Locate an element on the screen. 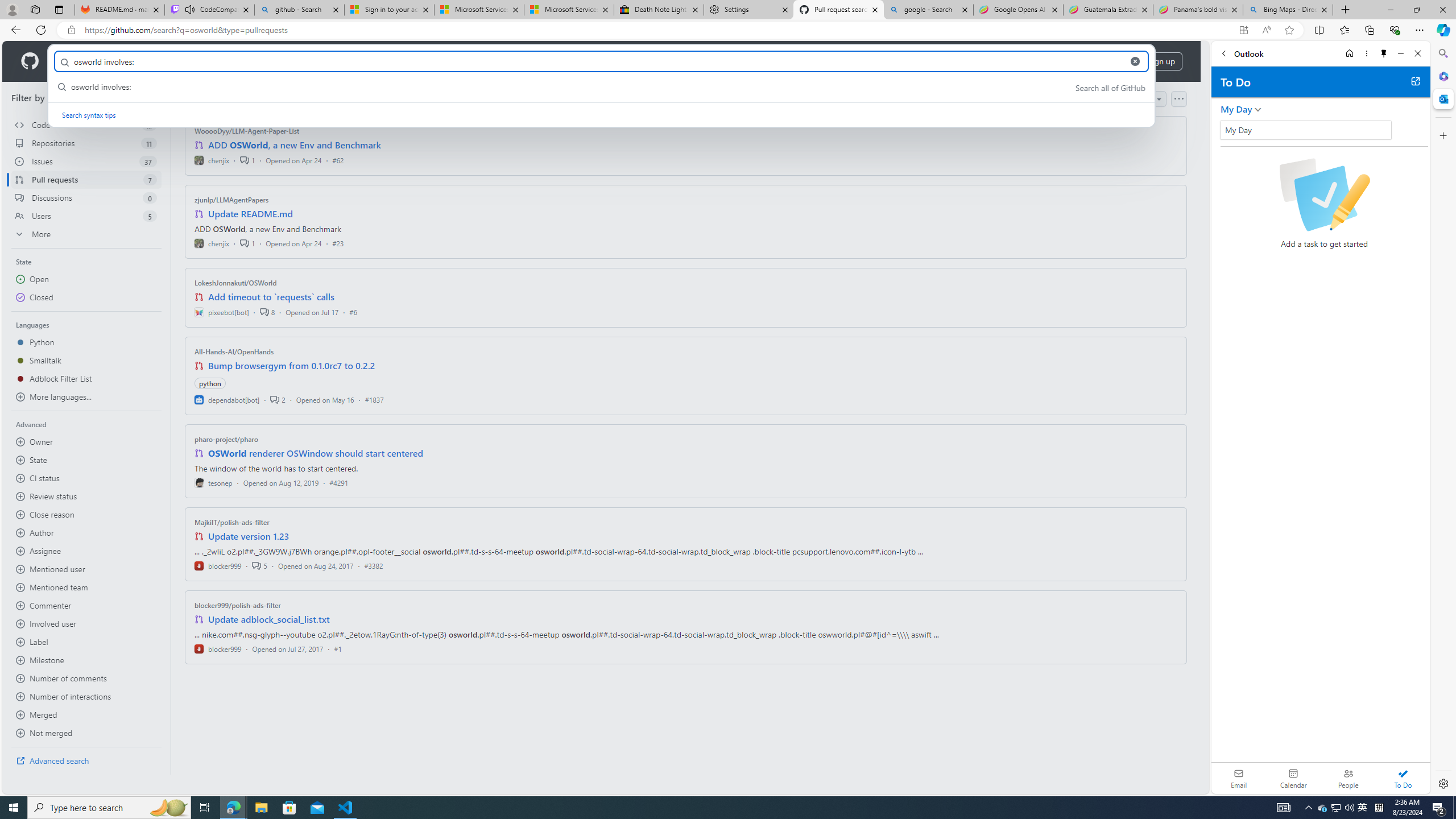  '2' is located at coordinates (278, 399).